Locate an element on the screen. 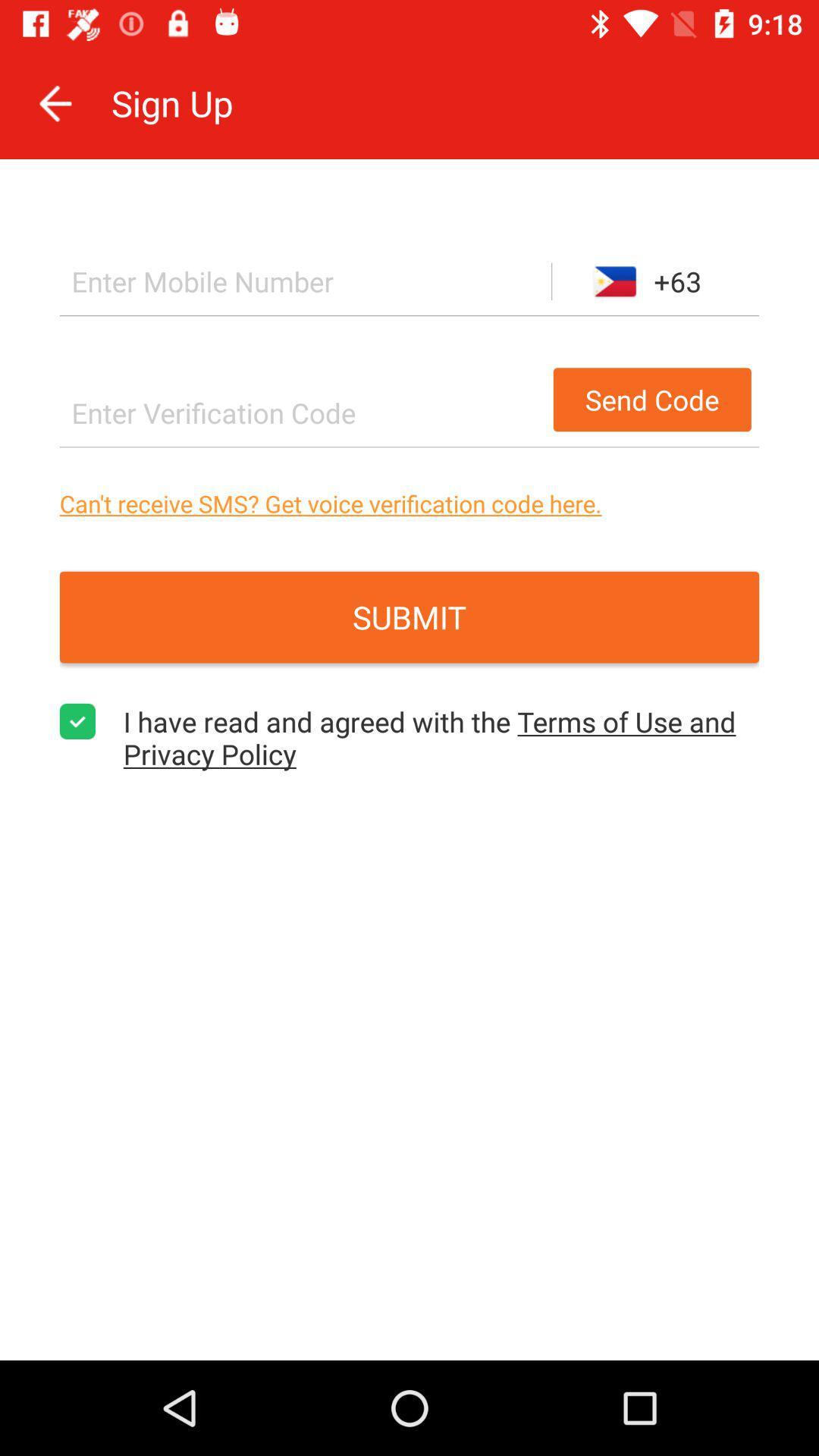 Image resolution: width=819 pixels, height=1456 pixels. icon to the left of the sign up is located at coordinates (55, 102).